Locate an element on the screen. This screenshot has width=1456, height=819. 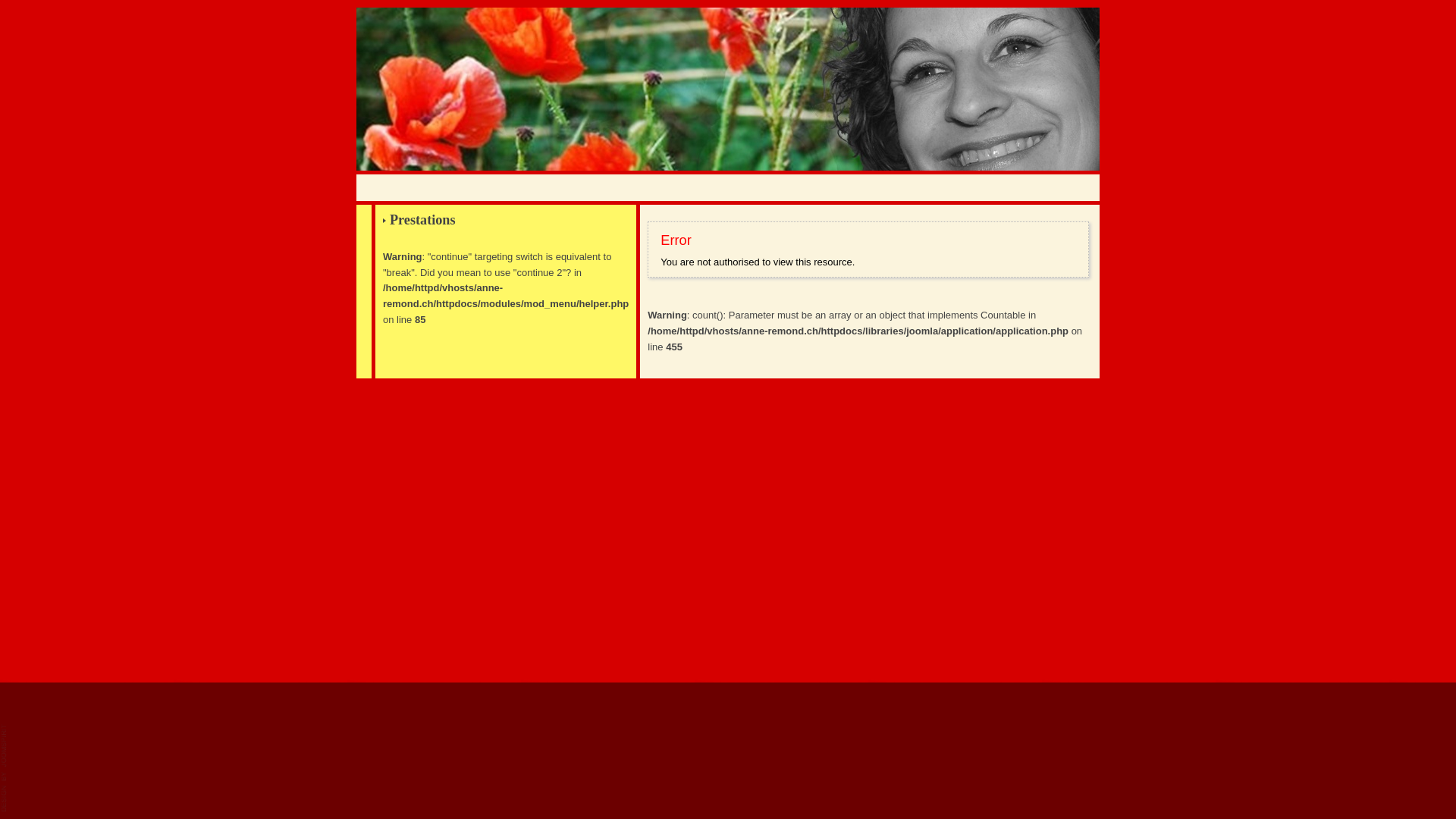
'JoomSpirit' is located at coordinates (1, 768).